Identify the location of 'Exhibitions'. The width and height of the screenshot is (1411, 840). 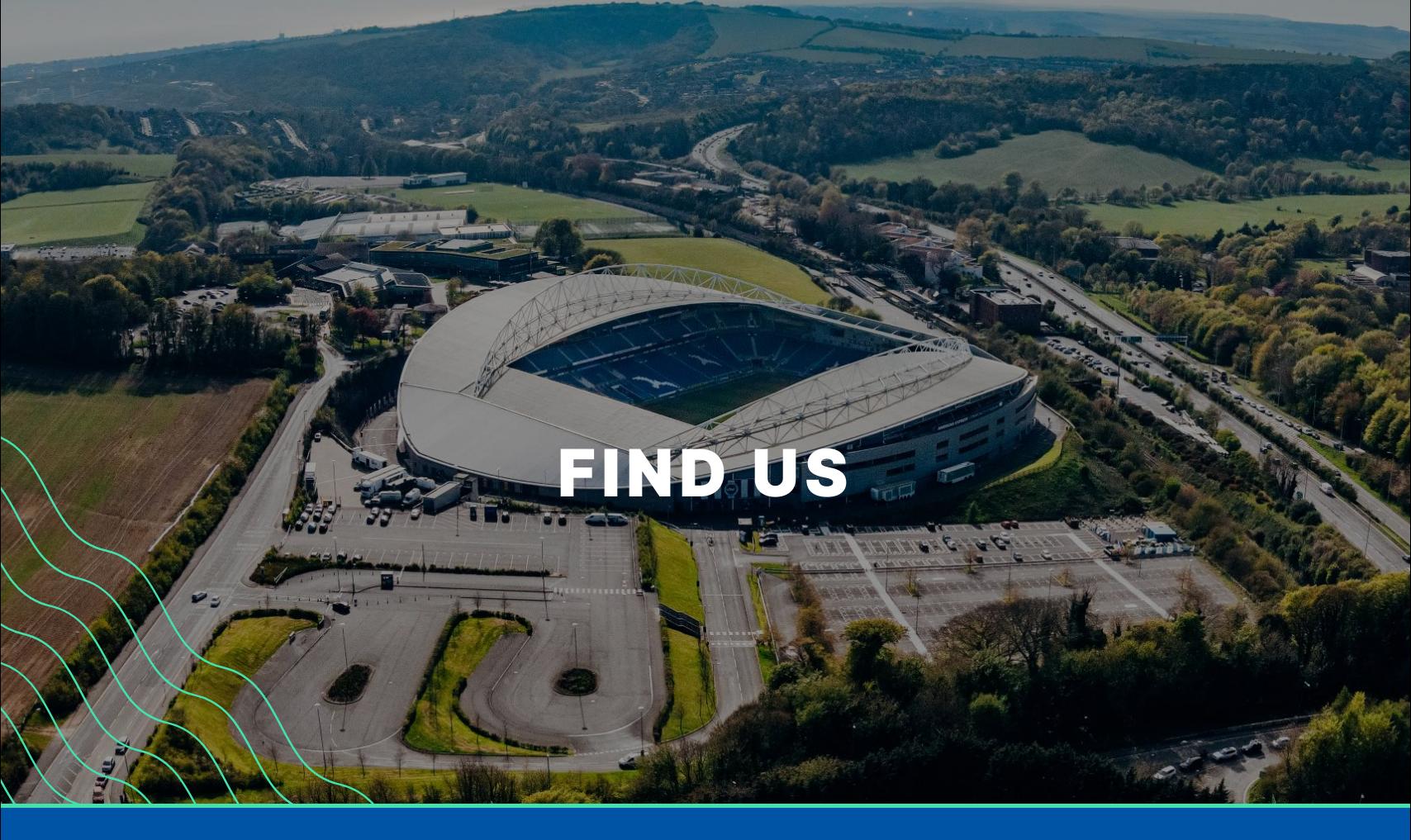
(342, 220).